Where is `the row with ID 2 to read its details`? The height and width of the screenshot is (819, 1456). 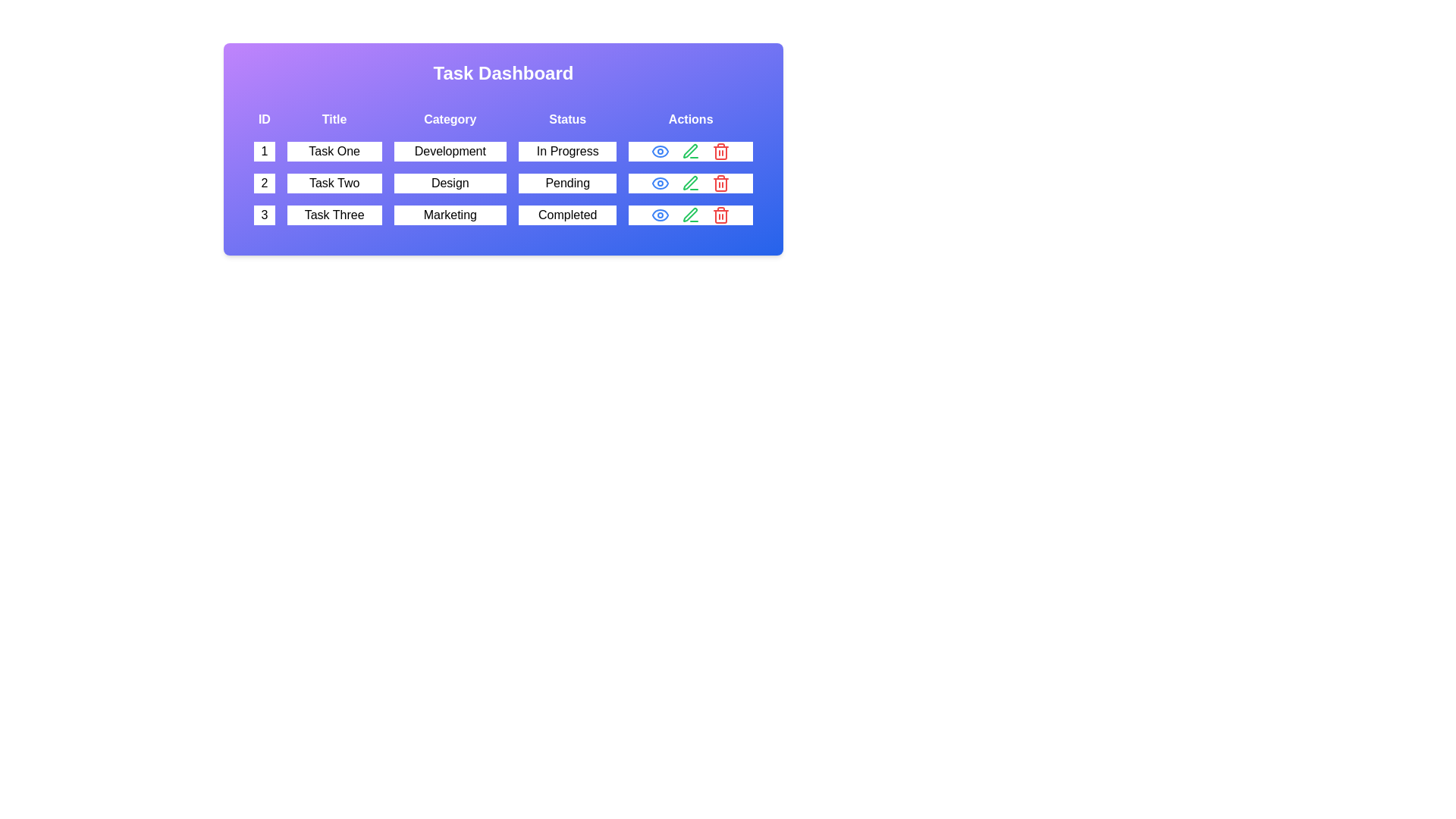 the row with ID 2 to read its details is located at coordinates (503, 183).